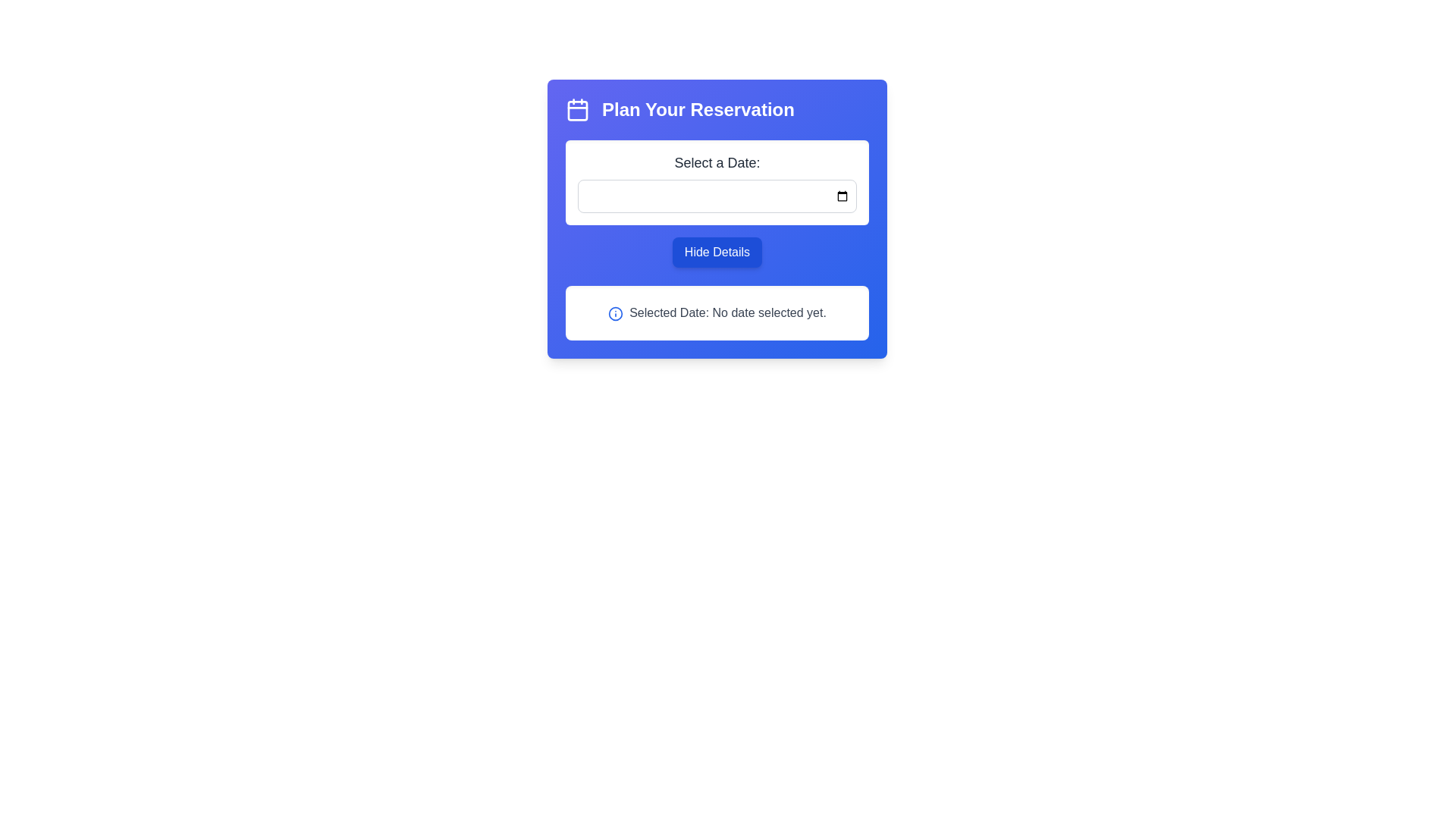  Describe the element at coordinates (716, 181) in the screenshot. I see `the date input field labeled 'Select a Date:'` at that location.